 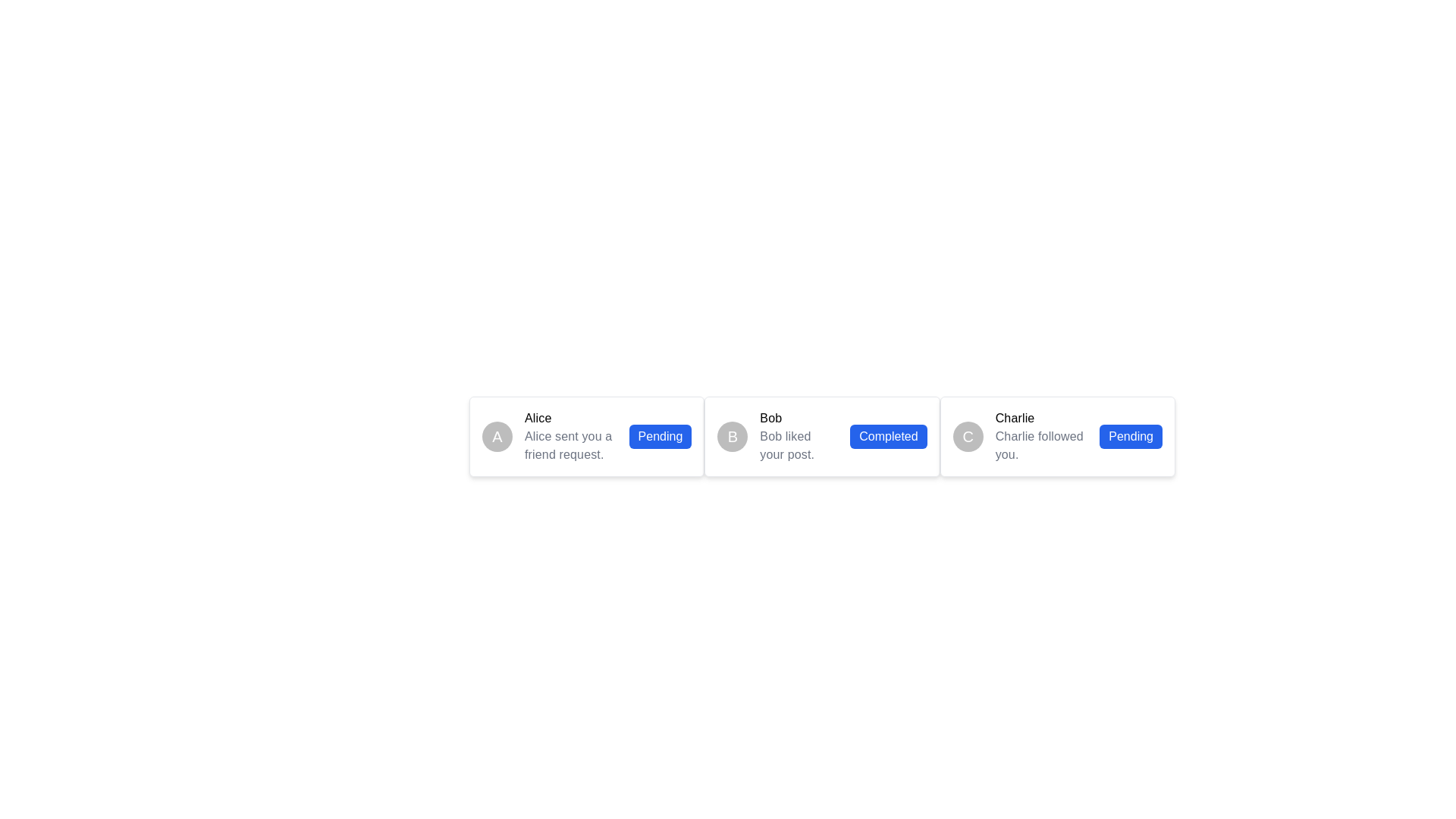 What do you see at coordinates (798, 444) in the screenshot?
I see `notification message displayed as static text below the bolded title 'Bob', which provides information about 'Bob's interaction` at bounding box center [798, 444].